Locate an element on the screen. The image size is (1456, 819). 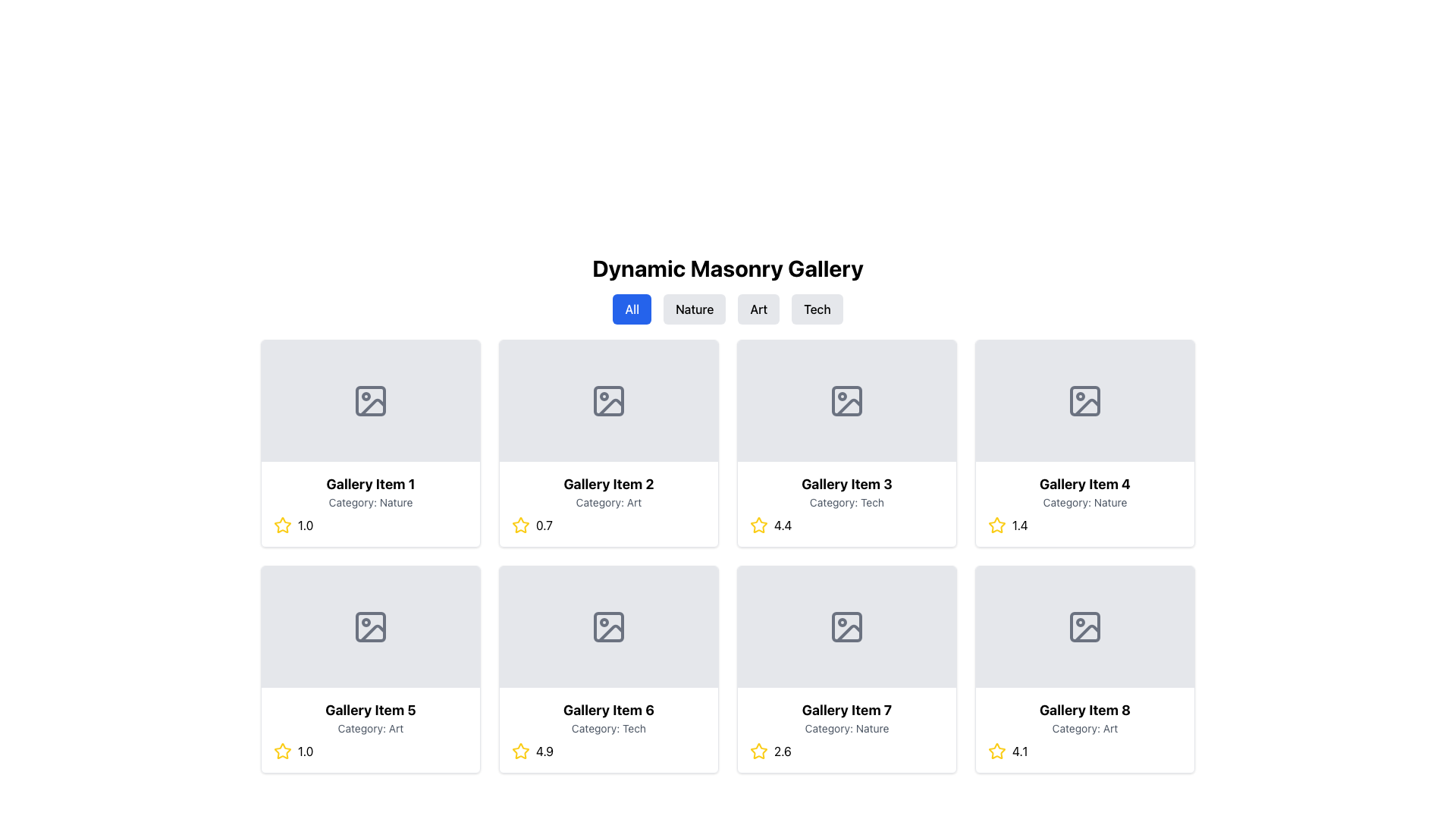
the placeholder icon for the image in the 8th tile of the gallery grid, labeled 'Gallery Item 8' is located at coordinates (1084, 626).